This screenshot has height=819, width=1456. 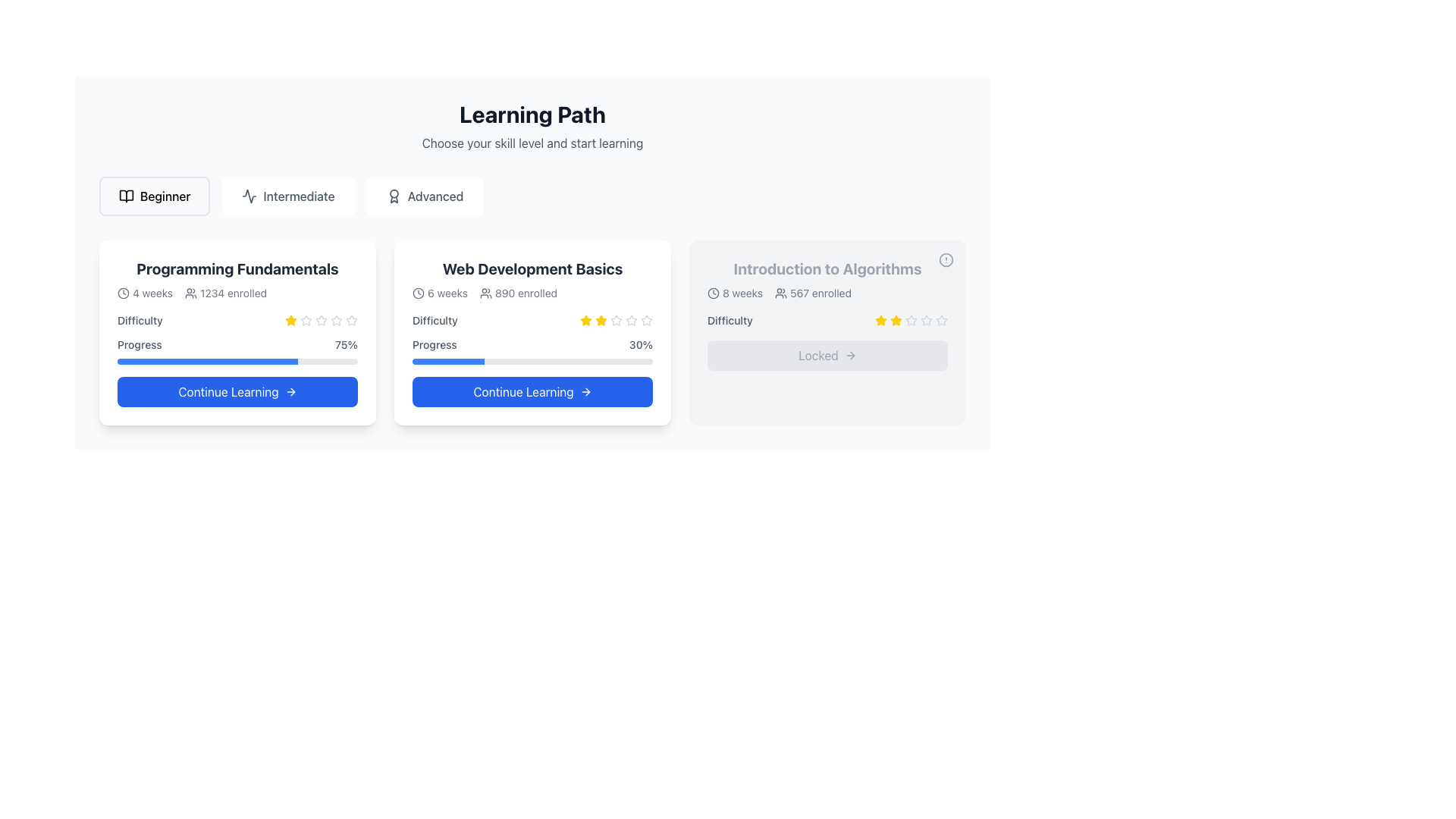 What do you see at coordinates (910, 320) in the screenshot?
I see `the fifth star icon in the rating system for the 'Introduction to Algorithms' course card` at bounding box center [910, 320].